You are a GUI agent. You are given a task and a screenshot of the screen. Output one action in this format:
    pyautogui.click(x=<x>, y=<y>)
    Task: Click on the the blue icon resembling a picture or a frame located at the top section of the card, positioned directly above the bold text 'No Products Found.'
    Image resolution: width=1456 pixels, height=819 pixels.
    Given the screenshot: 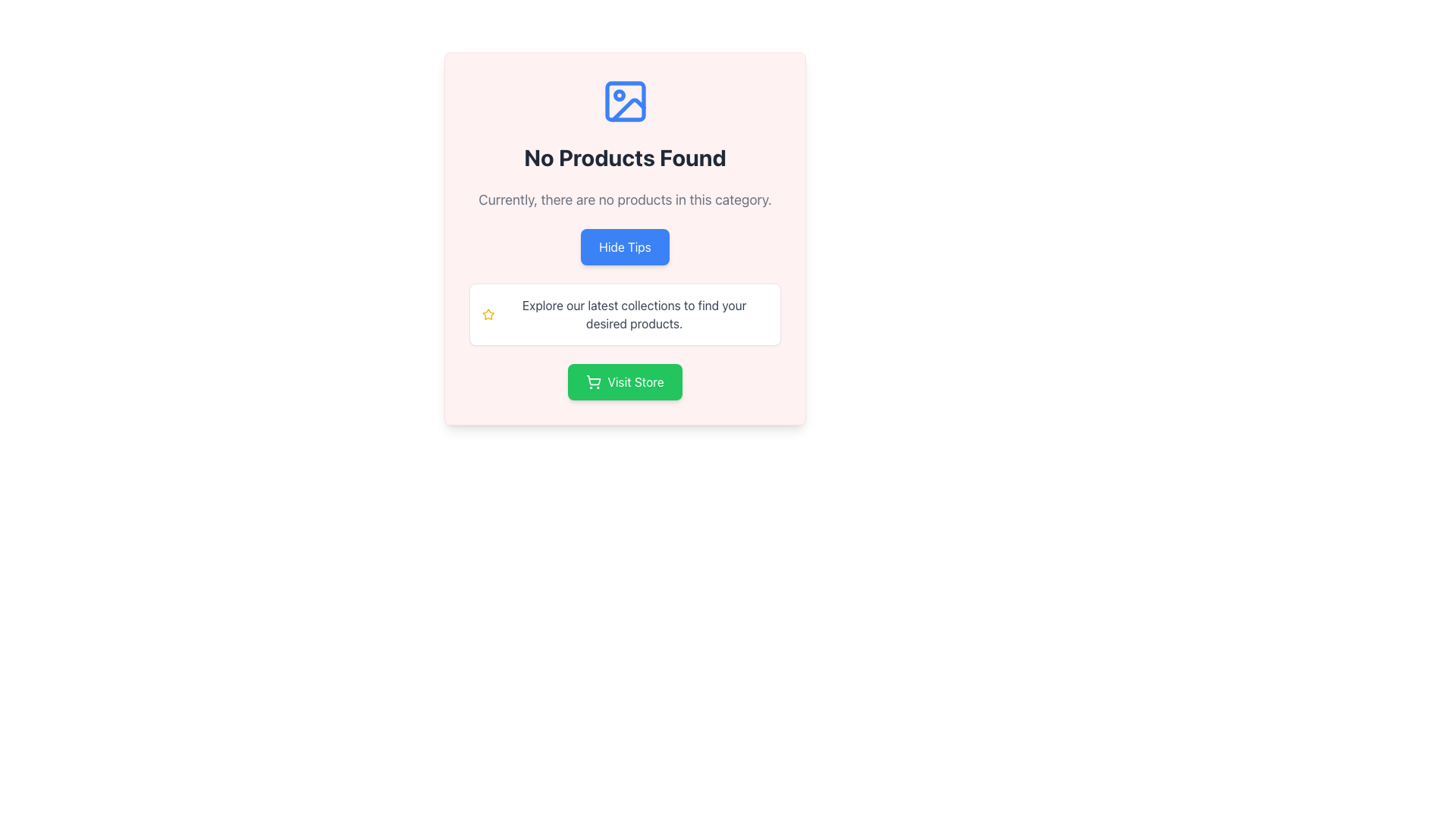 What is the action you would take?
    pyautogui.click(x=625, y=102)
    